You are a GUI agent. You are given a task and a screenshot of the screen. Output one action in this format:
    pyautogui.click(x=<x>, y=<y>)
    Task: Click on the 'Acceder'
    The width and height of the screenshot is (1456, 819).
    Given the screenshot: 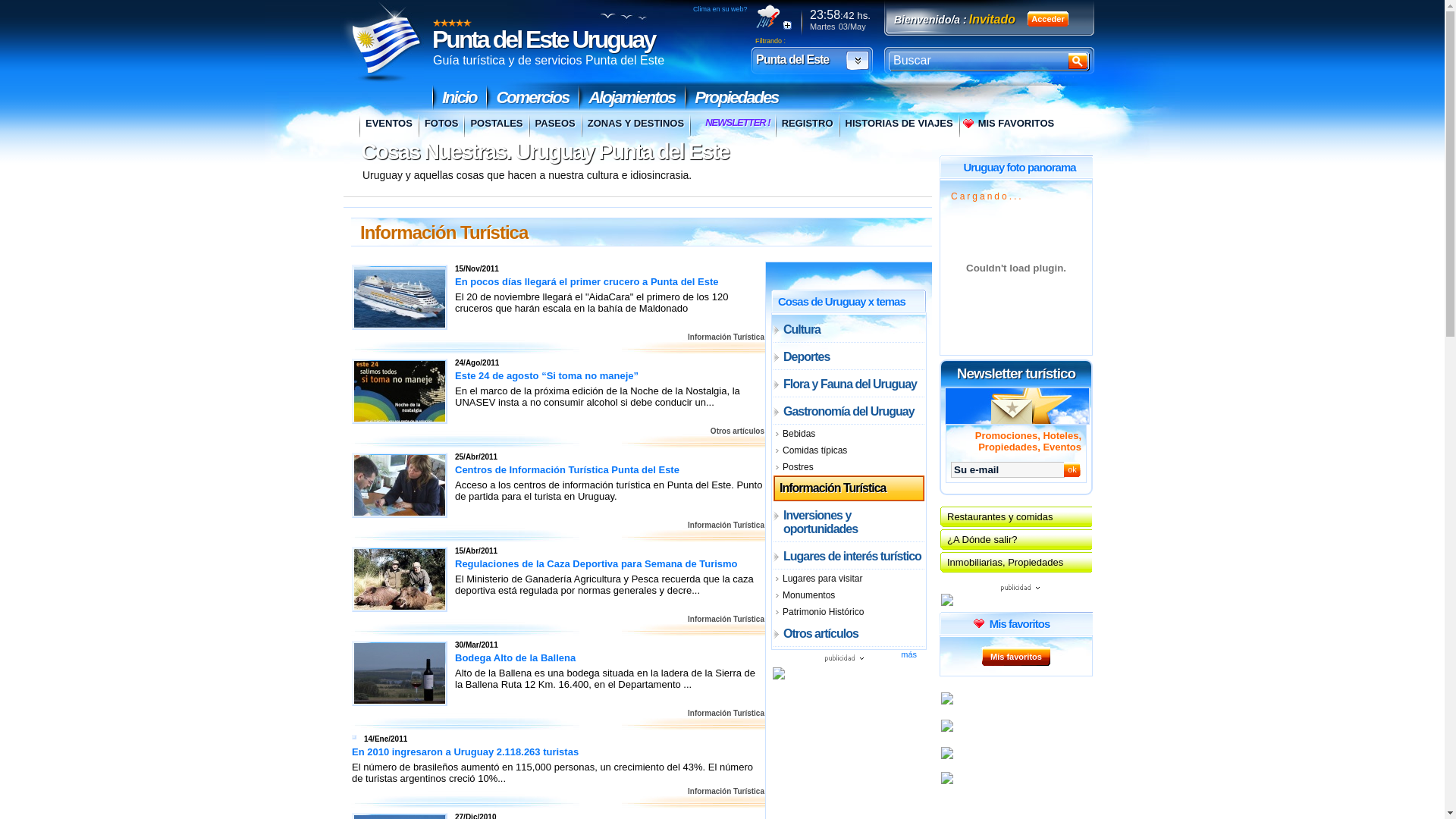 What is the action you would take?
    pyautogui.click(x=1047, y=18)
    